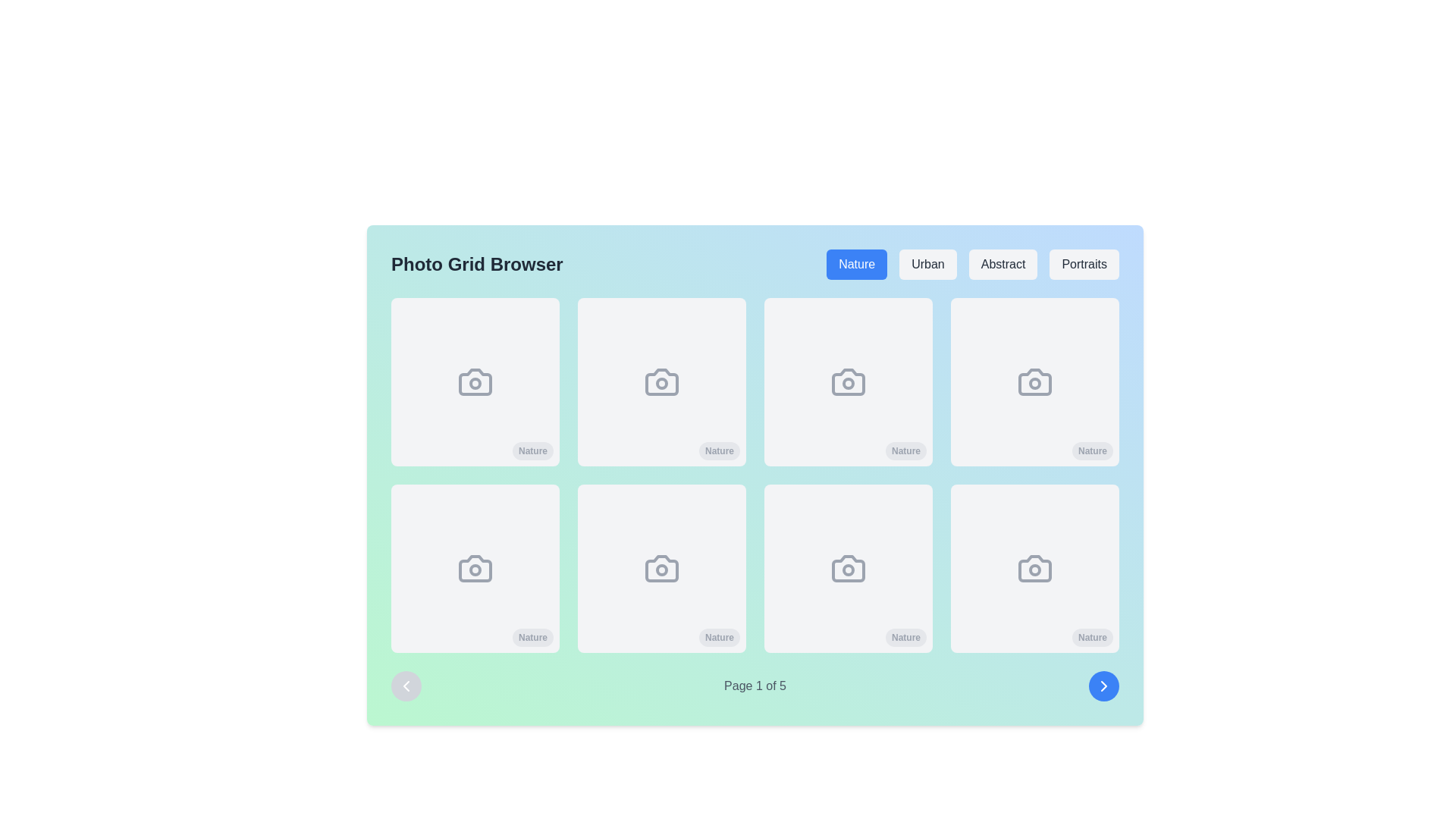  What do you see at coordinates (1034, 381) in the screenshot?
I see `the 'Nature' Card element, which is the fourth card in the first row of a grid layout, positioned at the top-right area of the grid` at bounding box center [1034, 381].